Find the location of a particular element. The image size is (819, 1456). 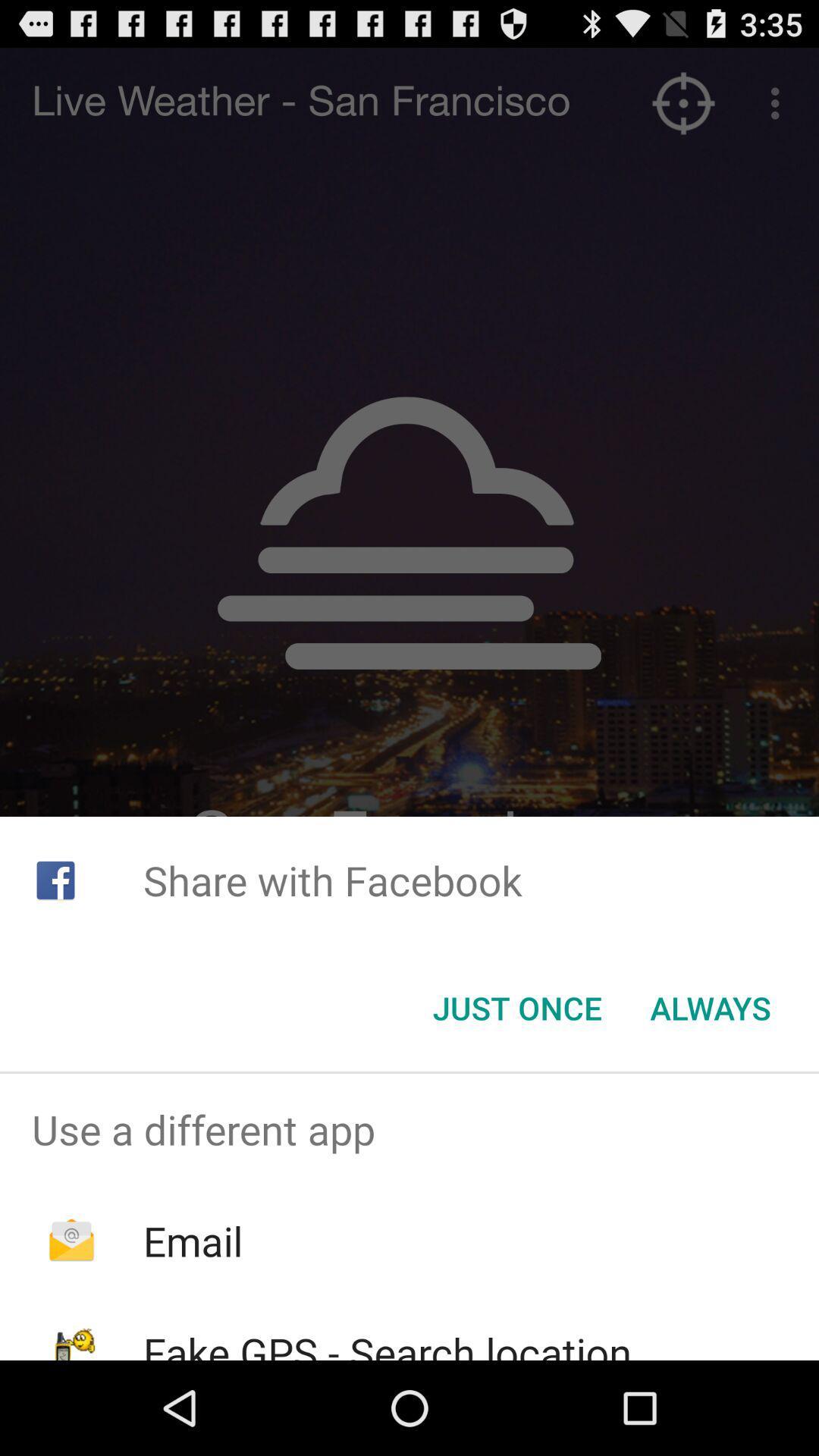

the fake gps search is located at coordinates (387, 1342).